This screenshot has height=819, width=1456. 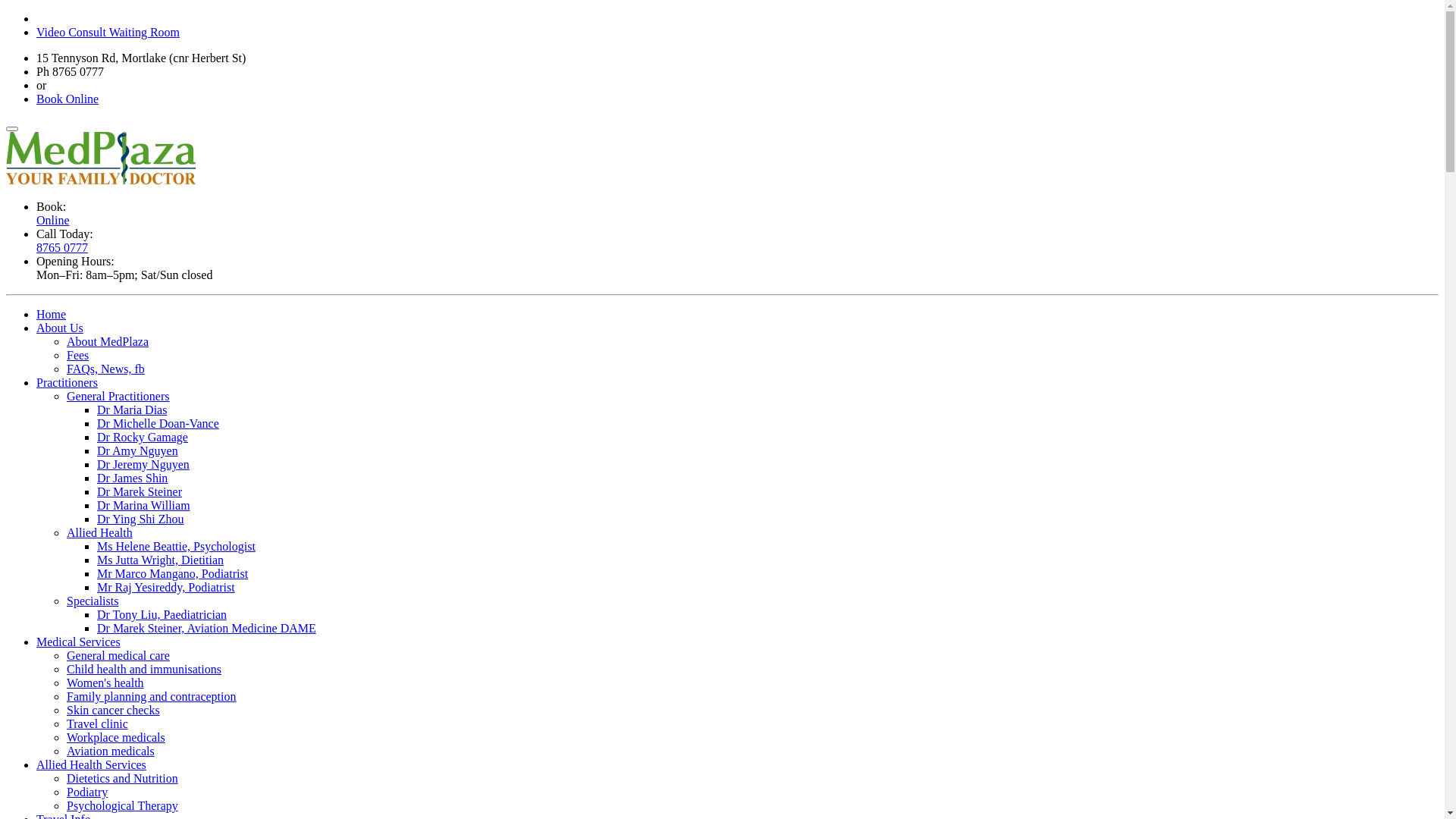 I want to click on 'Family planning and contraception', so click(x=152, y=696).